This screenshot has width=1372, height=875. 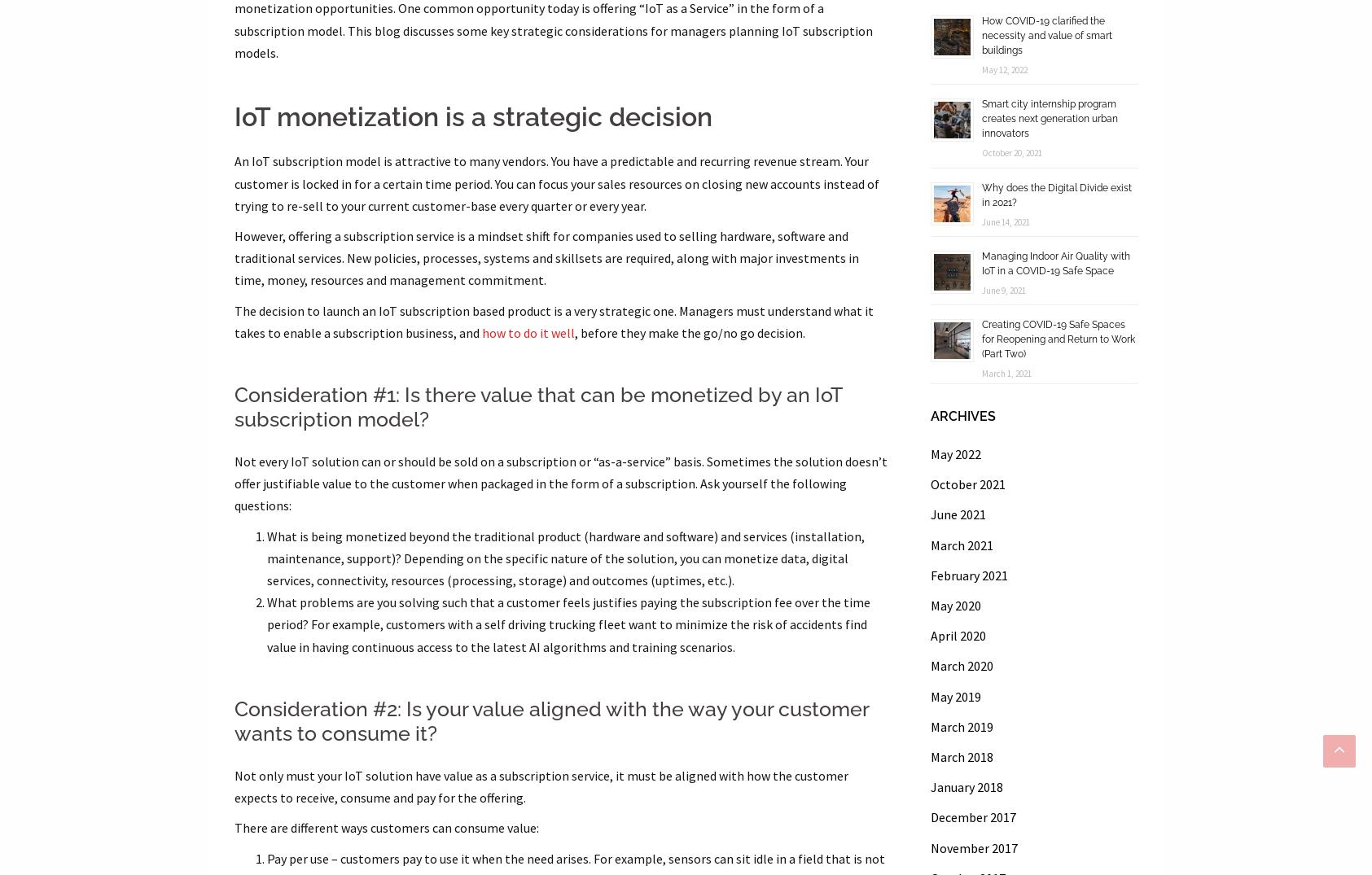 What do you see at coordinates (1045, 34) in the screenshot?
I see `'How COVID-19 clarified the necessity and value of smart buildings'` at bounding box center [1045, 34].